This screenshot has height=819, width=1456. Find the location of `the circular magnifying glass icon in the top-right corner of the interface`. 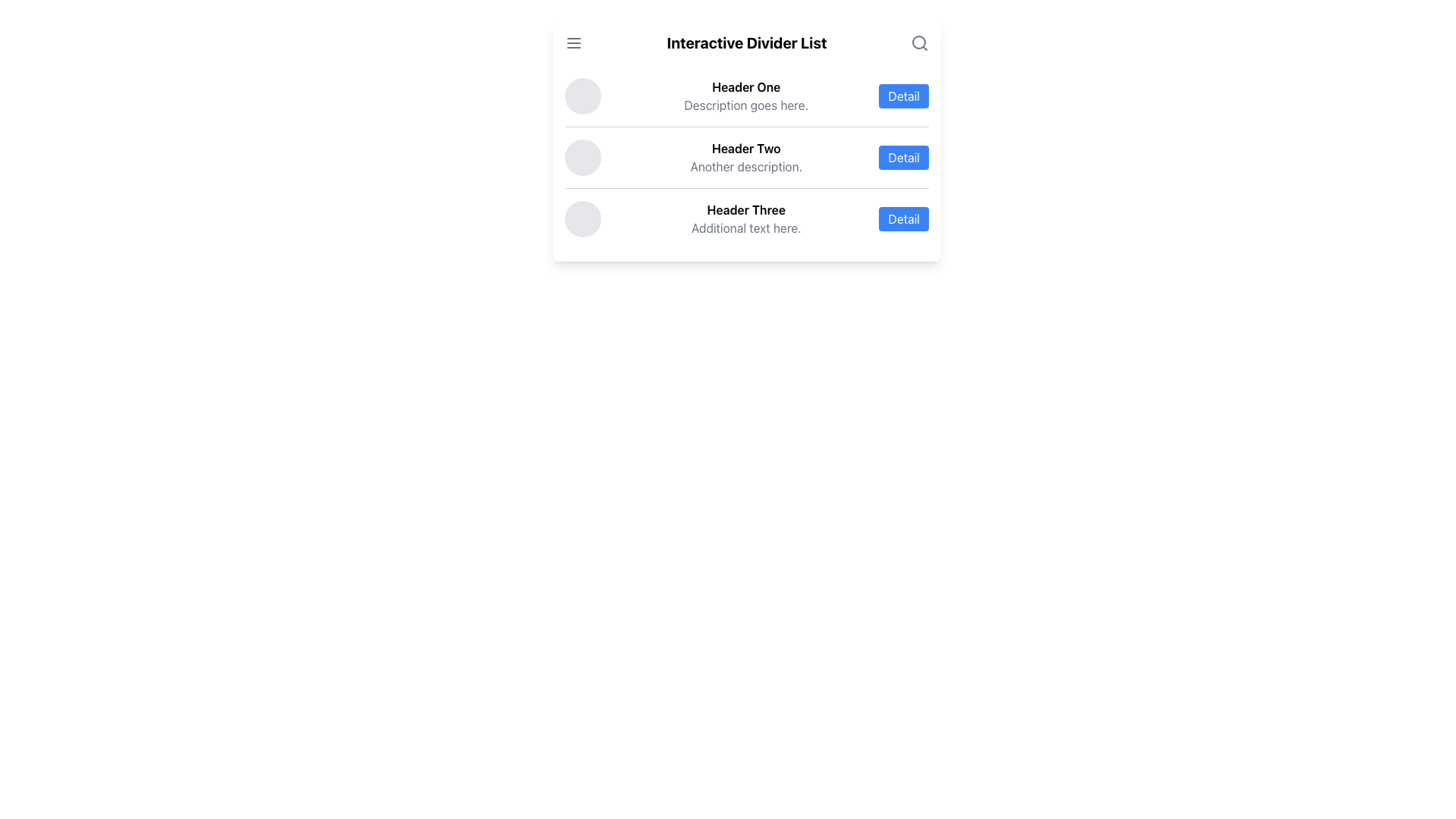

the circular magnifying glass icon in the top-right corner of the interface is located at coordinates (918, 42).